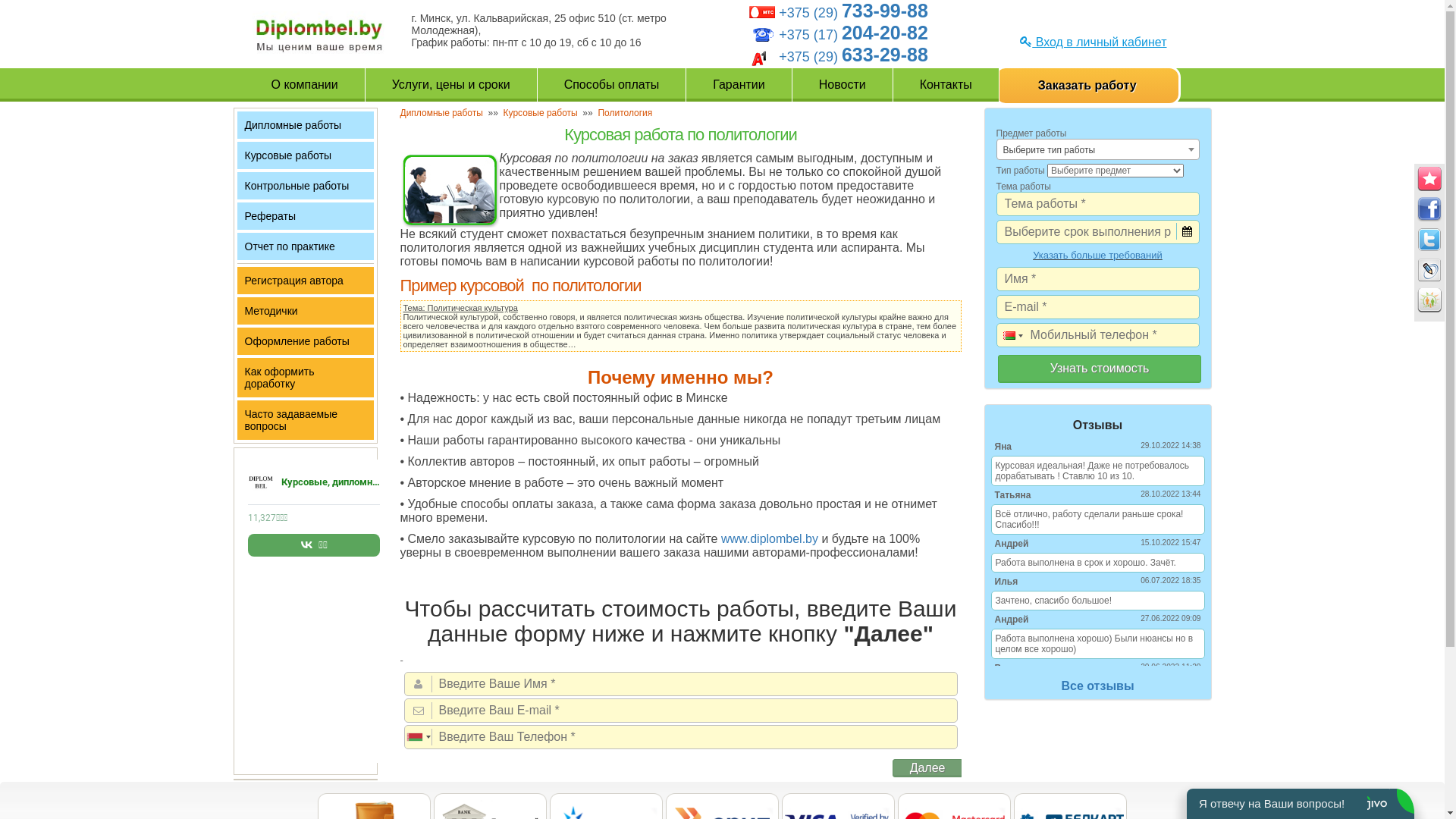  What do you see at coordinates (779, 34) in the screenshot?
I see `'+375 (17) 204-20-82'` at bounding box center [779, 34].